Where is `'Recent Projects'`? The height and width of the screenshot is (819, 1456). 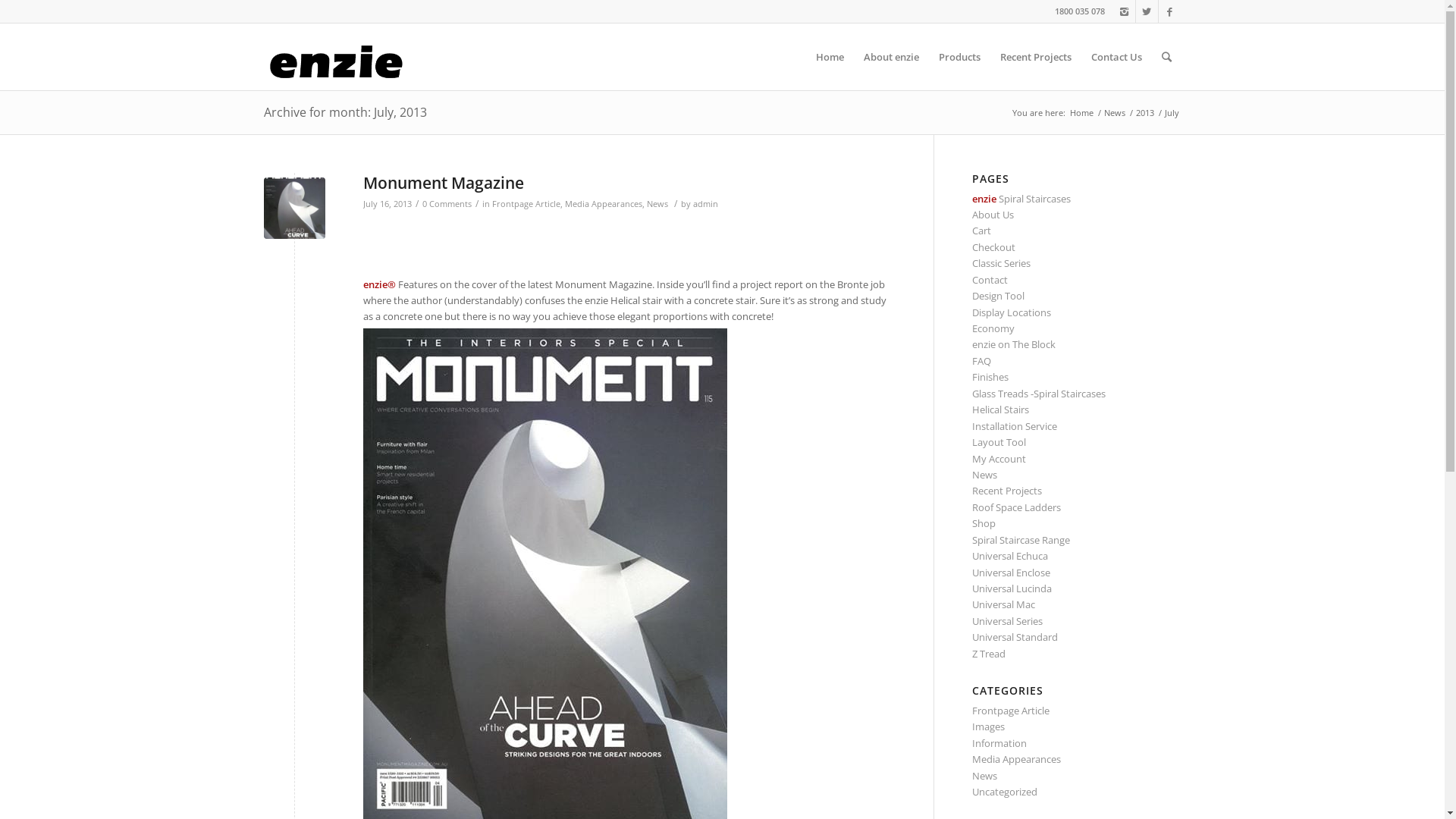
'Recent Projects' is located at coordinates (1007, 491).